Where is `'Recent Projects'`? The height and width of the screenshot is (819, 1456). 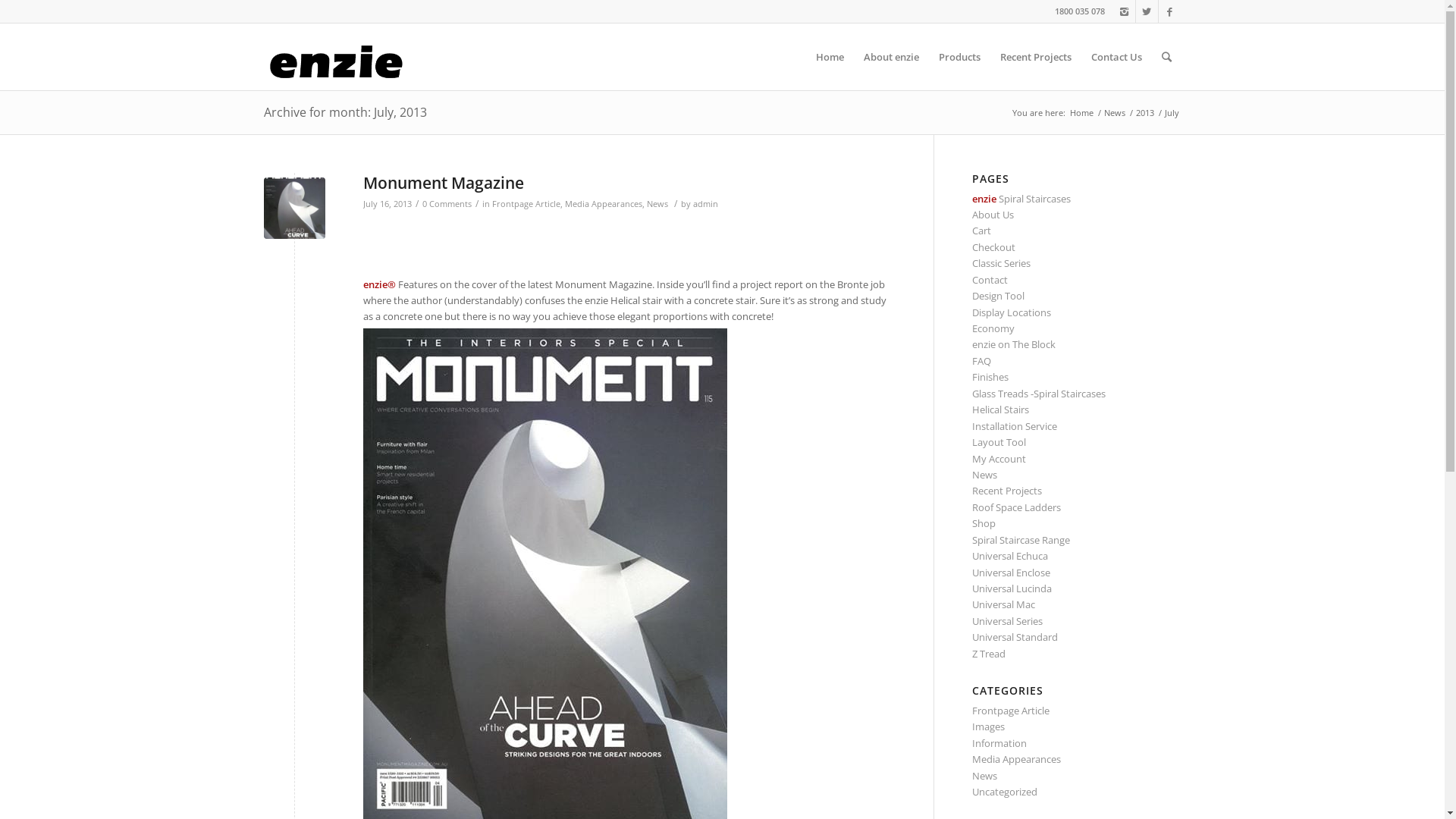
'Recent Projects' is located at coordinates (1007, 491).